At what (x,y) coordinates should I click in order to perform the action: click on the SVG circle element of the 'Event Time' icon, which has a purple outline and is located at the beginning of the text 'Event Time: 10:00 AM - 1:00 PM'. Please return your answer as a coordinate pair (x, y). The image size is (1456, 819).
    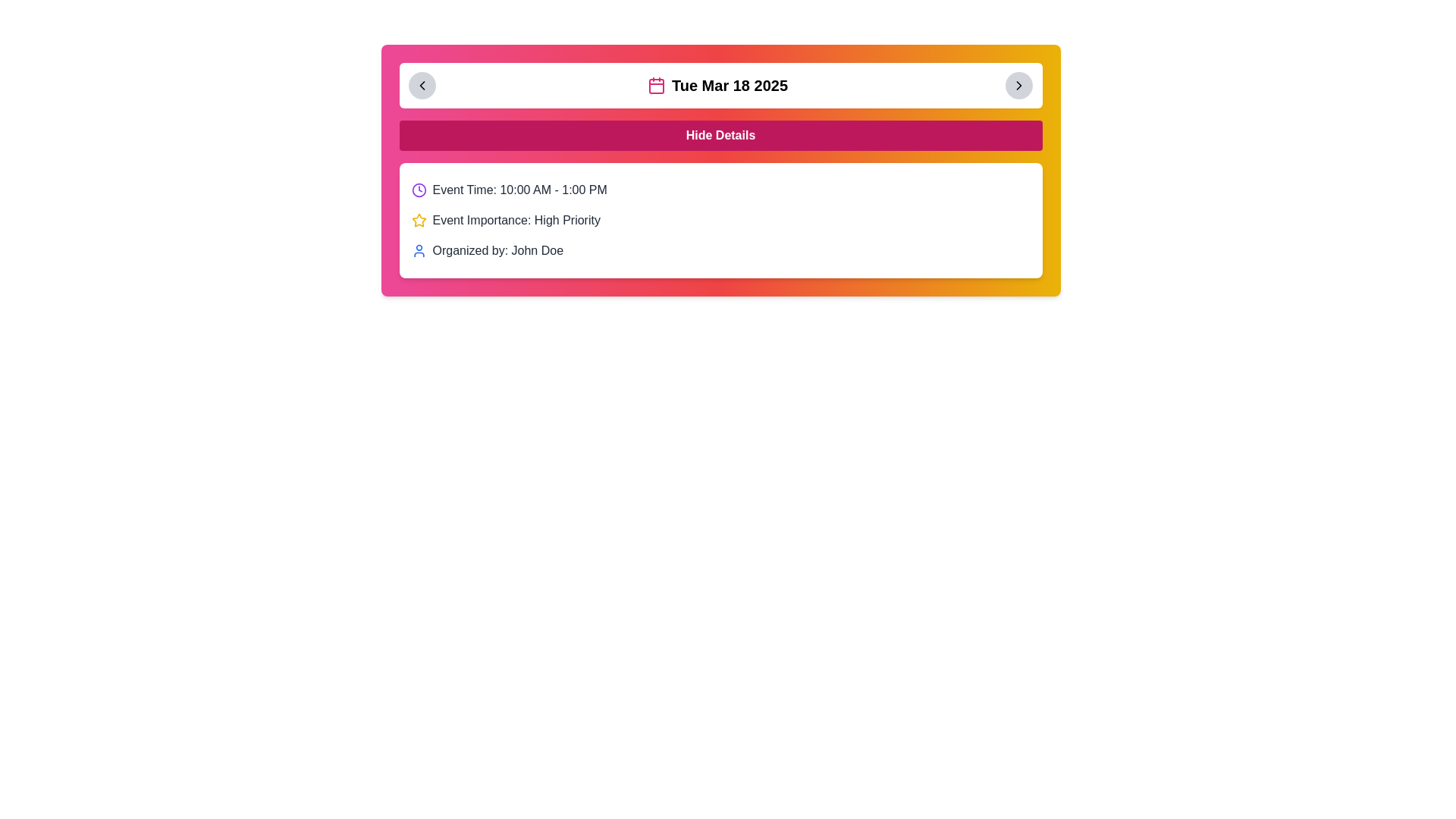
    Looking at the image, I should click on (419, 189).